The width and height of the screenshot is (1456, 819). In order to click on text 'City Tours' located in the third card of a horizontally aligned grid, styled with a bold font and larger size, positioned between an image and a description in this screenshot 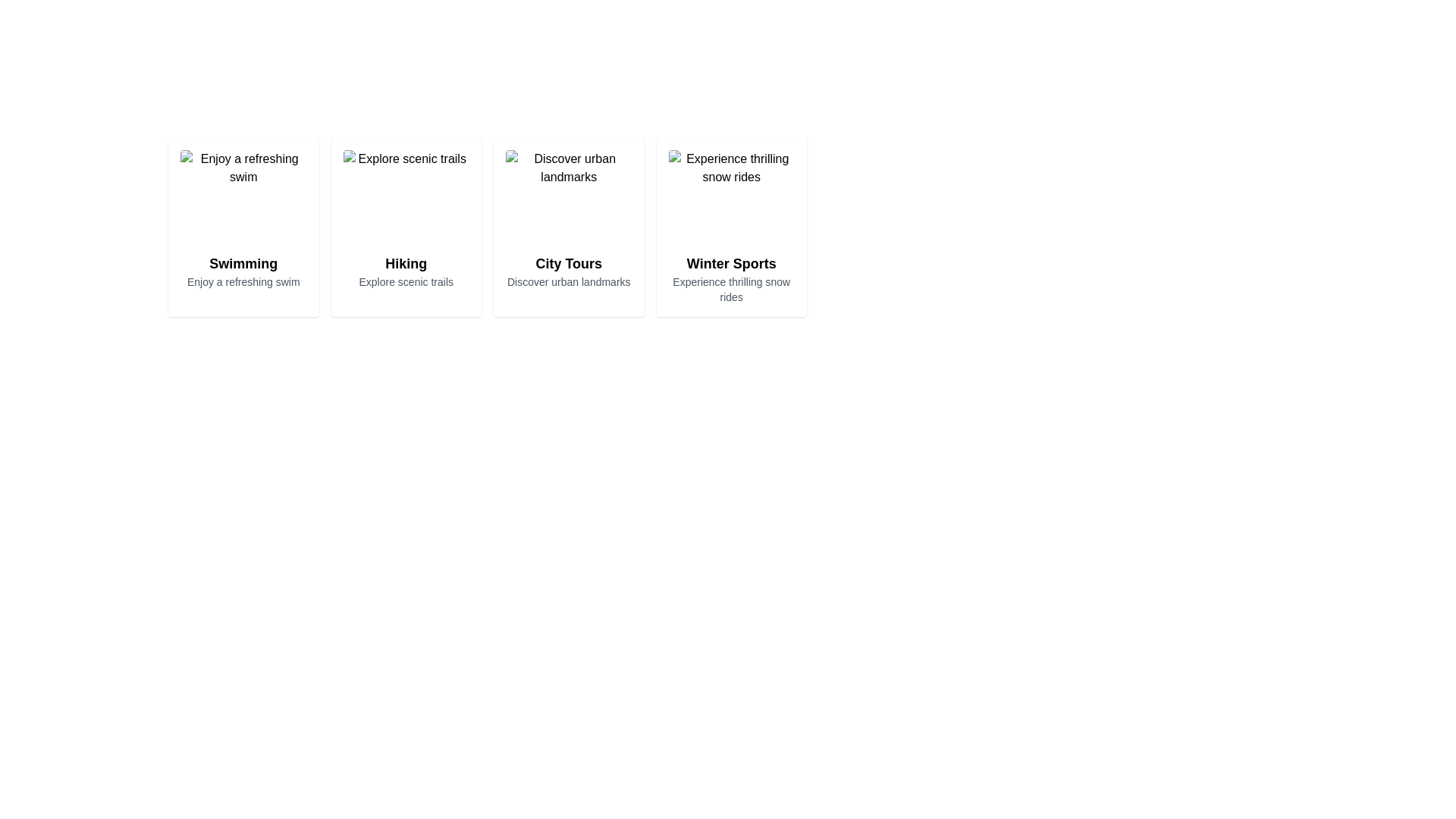, I will do `click(568, 262)`.